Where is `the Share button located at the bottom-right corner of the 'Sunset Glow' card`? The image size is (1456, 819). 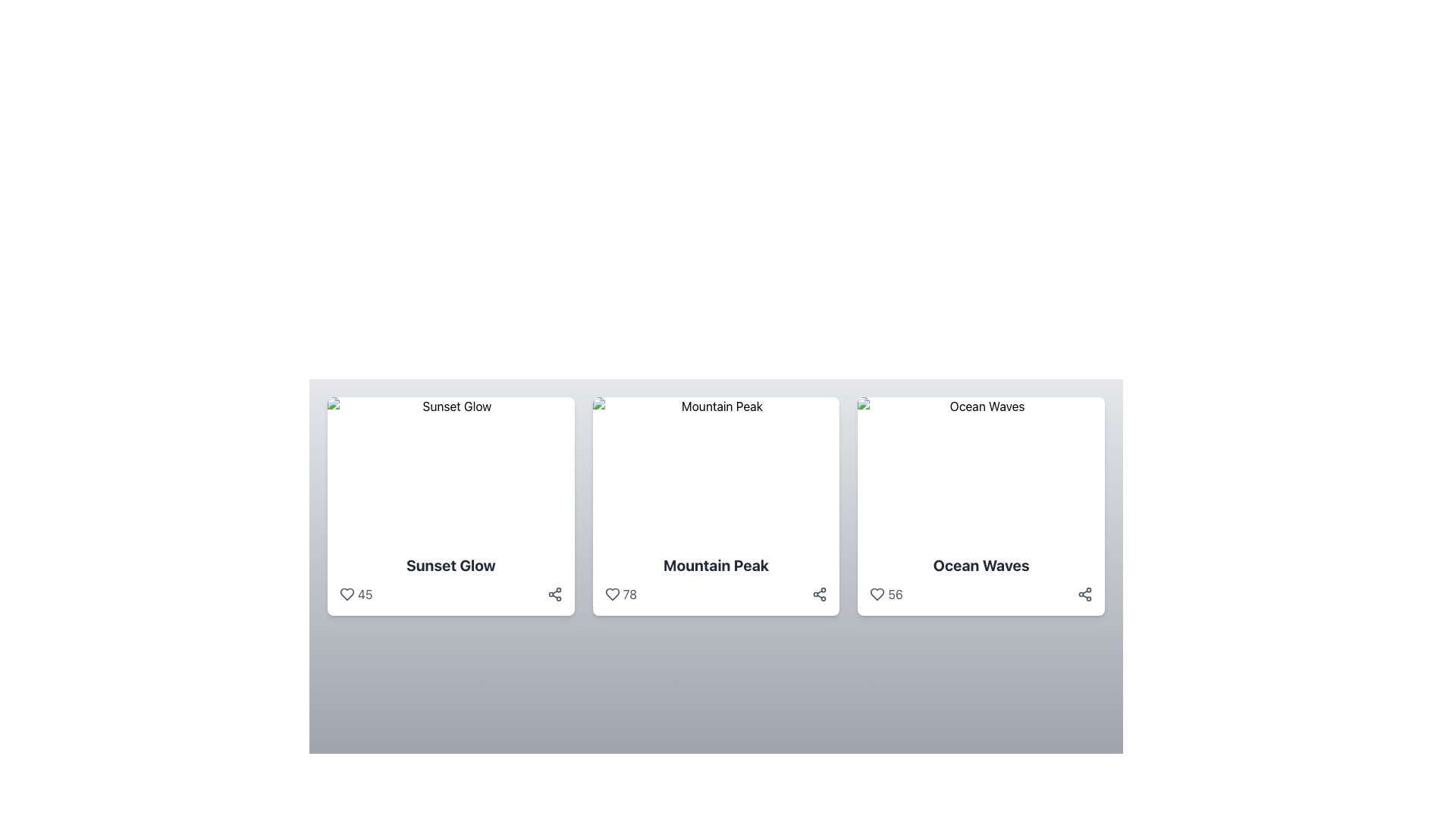
the Share button located at the bottom-right corner of the 'Sunset Glow' card is located at coordinates (554, 593).